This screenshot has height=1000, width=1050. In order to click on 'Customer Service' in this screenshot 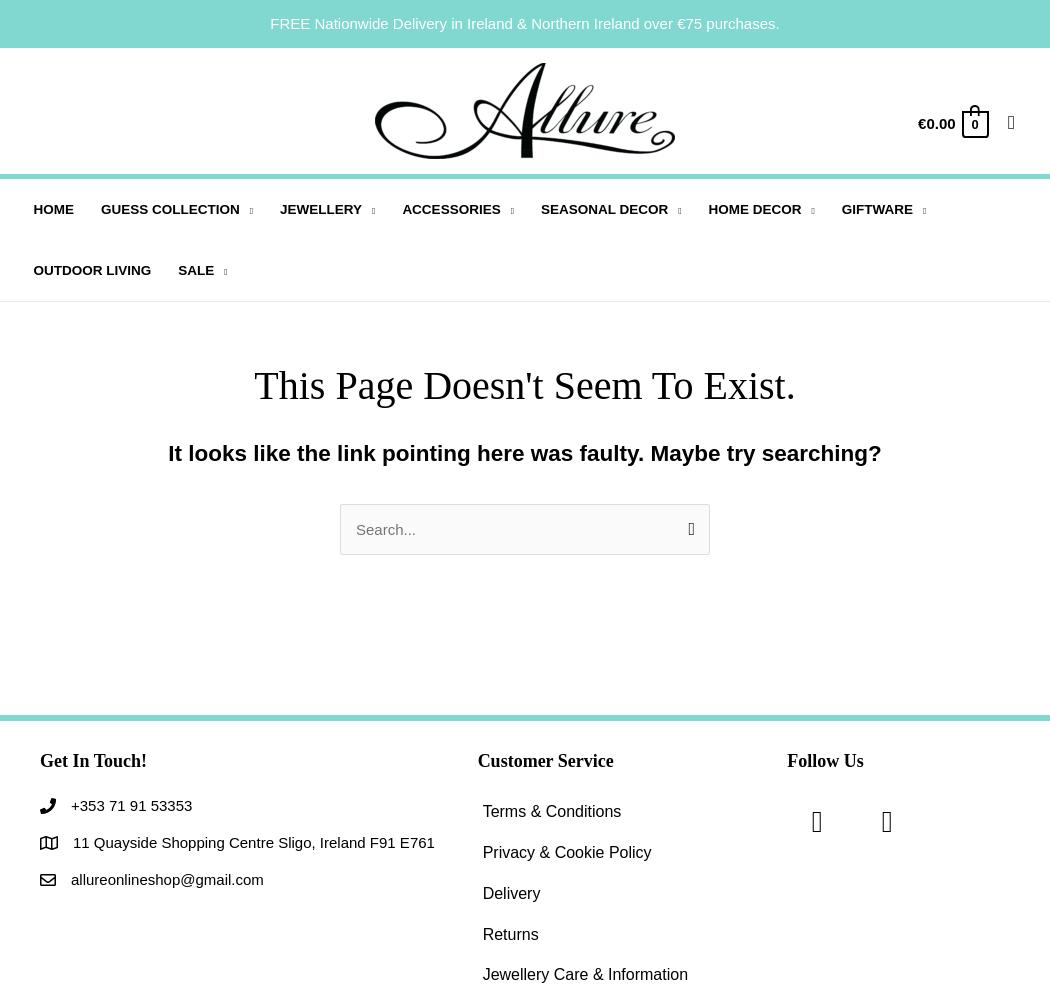, I will do `click(544, 760)`.